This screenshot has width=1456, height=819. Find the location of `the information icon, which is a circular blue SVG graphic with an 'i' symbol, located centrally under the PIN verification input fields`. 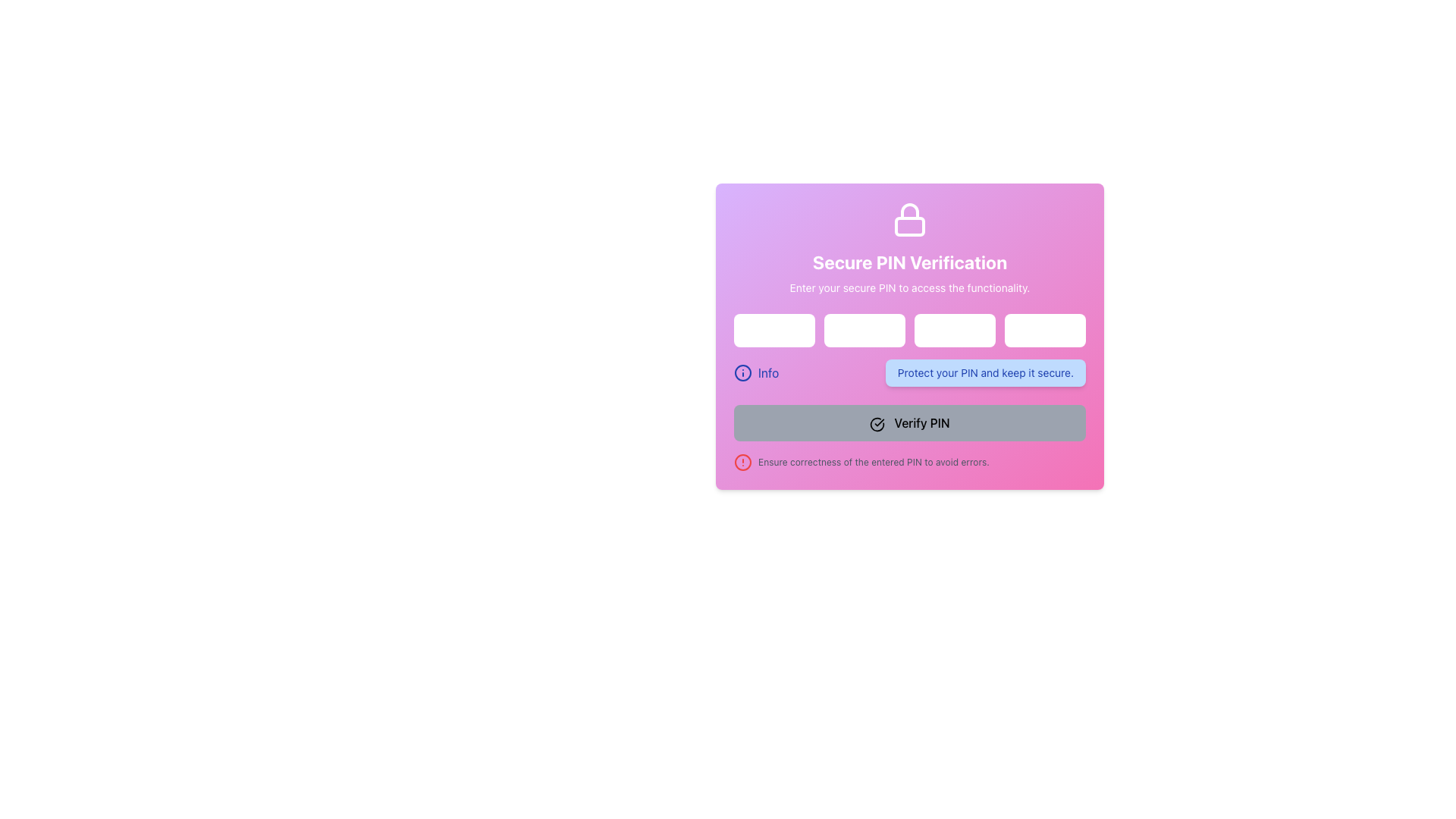

the information icon, which is a circular blue SVG graphic with an 'i' symbol, located centrally under the PIN verification input fields is located at coordinates (742, 373).